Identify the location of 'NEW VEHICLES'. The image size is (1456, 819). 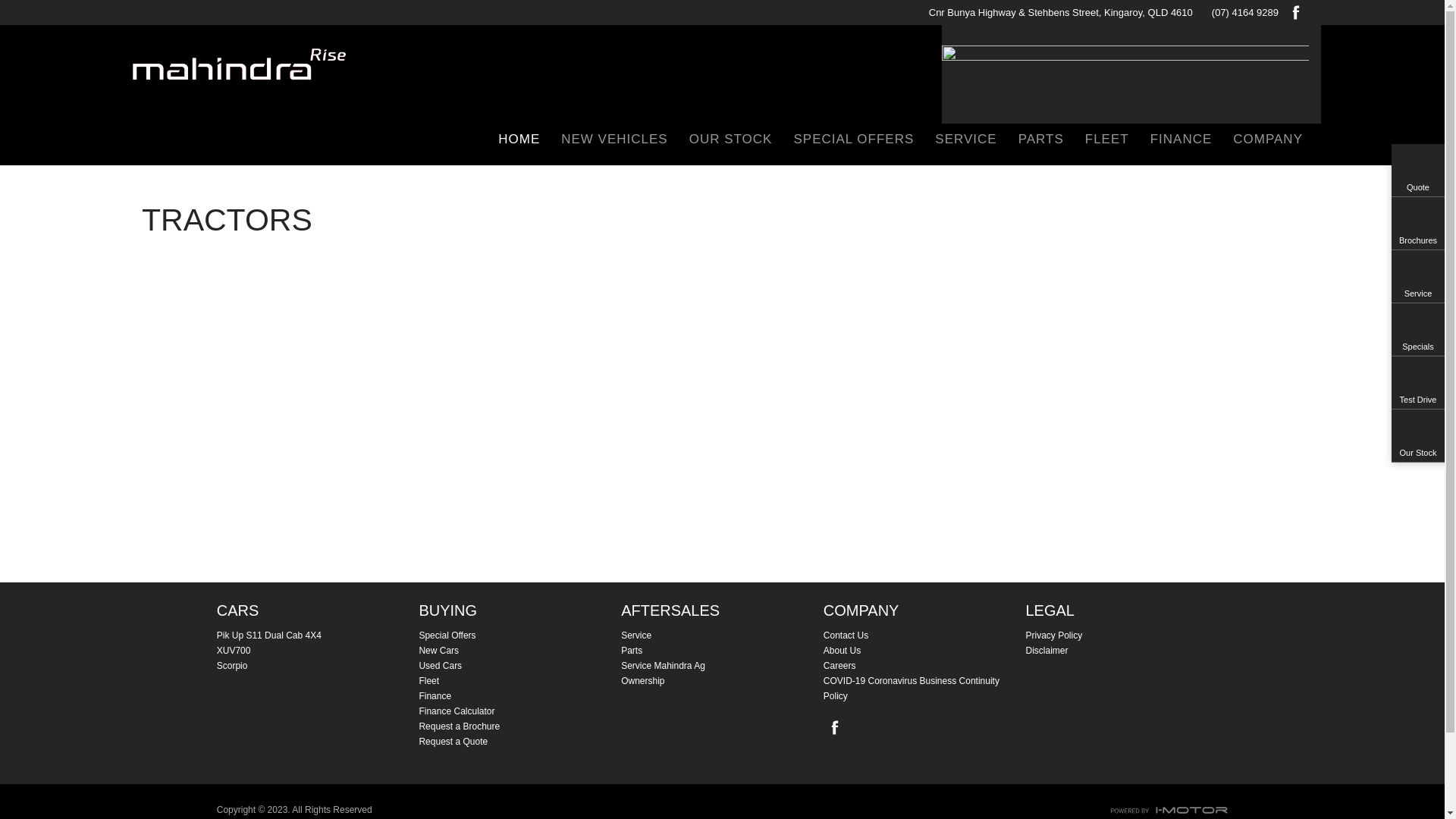
(614, 140).